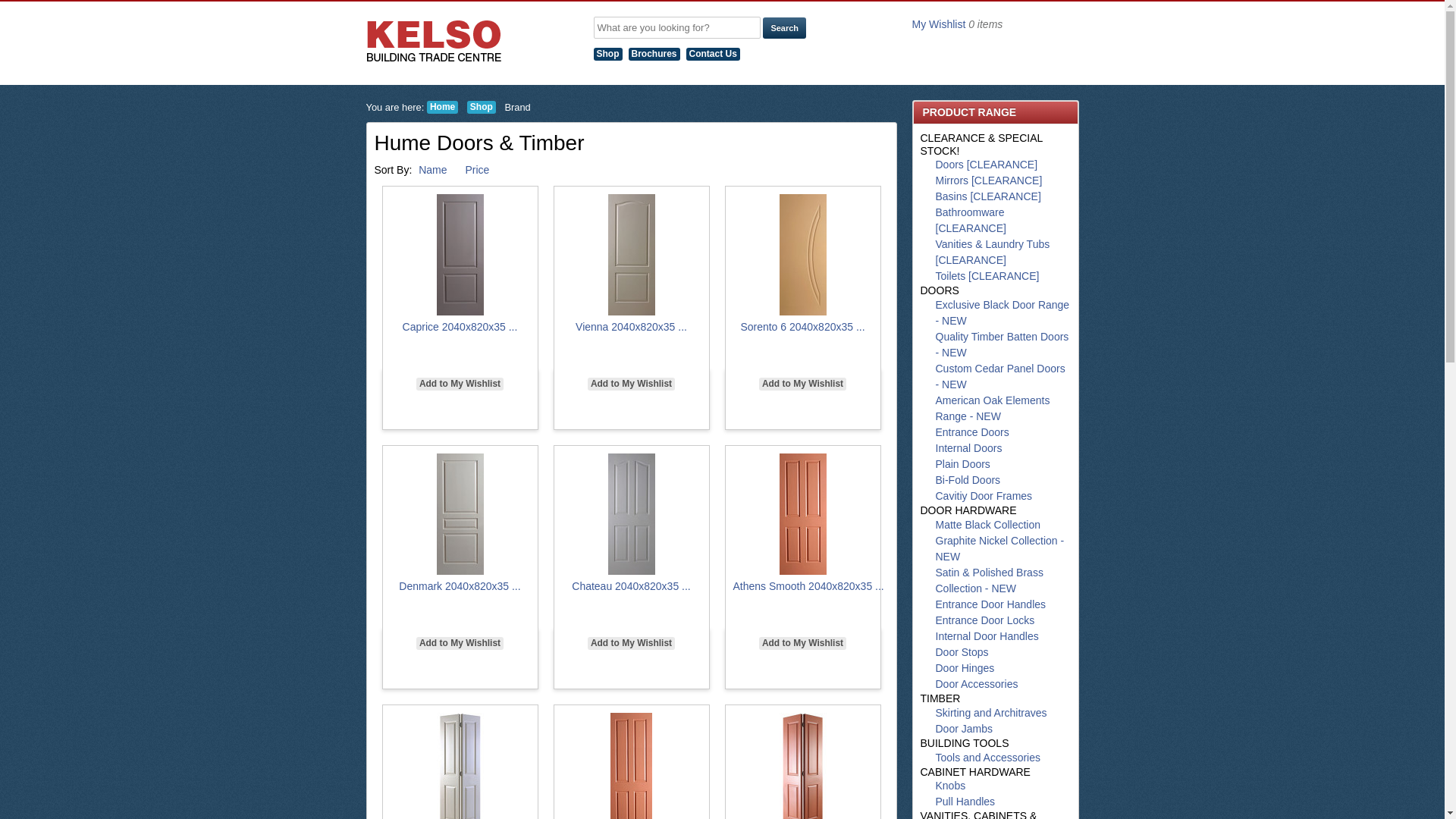 This screenshot has height=819, width=1456. Describe the element at coordinates (801, 326) in the screenshot. I see `'Sorento 6 2040x820x35 ...'` at that location.